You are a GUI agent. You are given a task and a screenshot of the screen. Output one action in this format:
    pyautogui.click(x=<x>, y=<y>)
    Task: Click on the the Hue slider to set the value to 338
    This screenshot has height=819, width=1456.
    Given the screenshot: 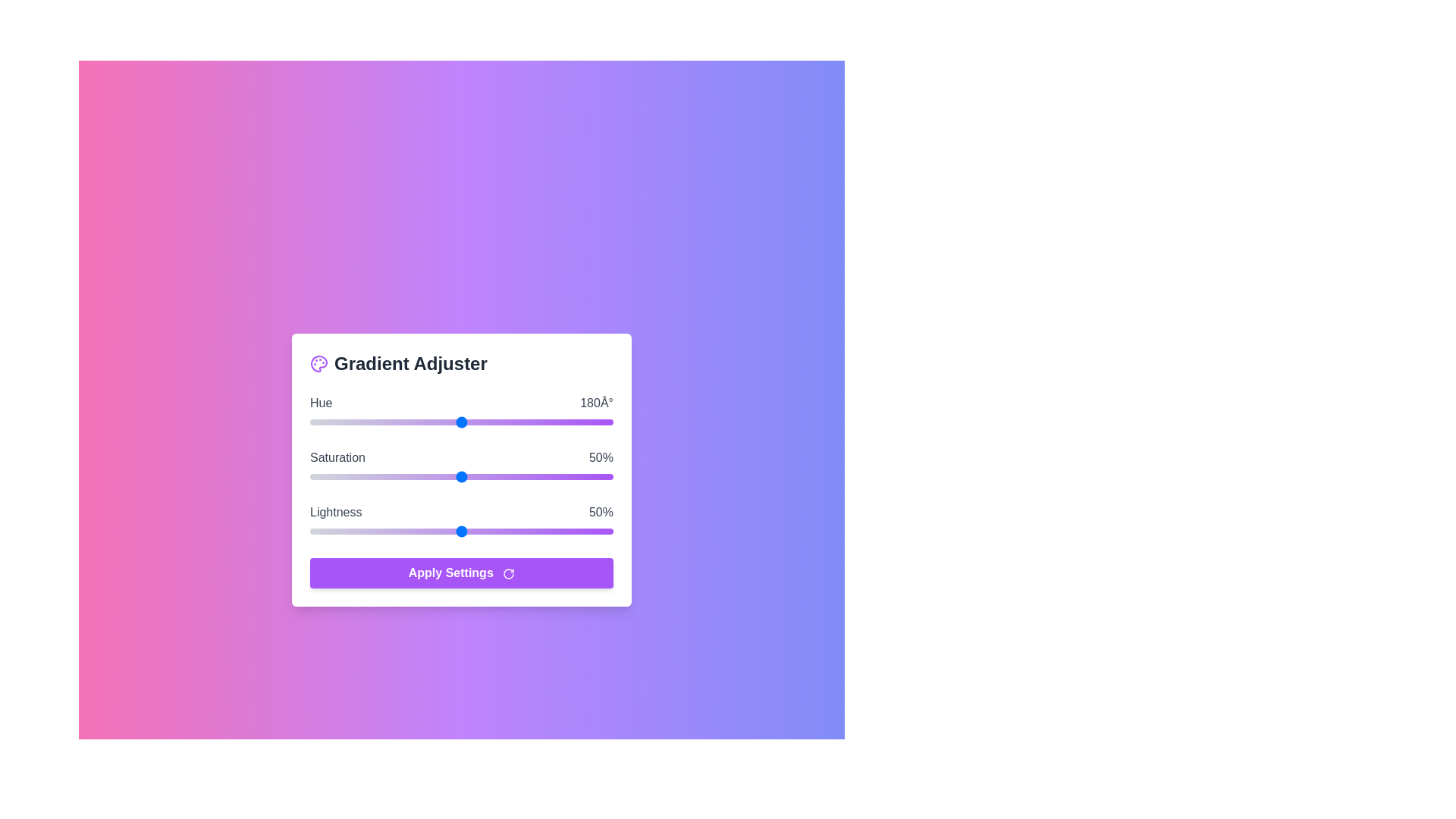 What is the action you would take?
    pyautogui.click(x=594, y=422)
    